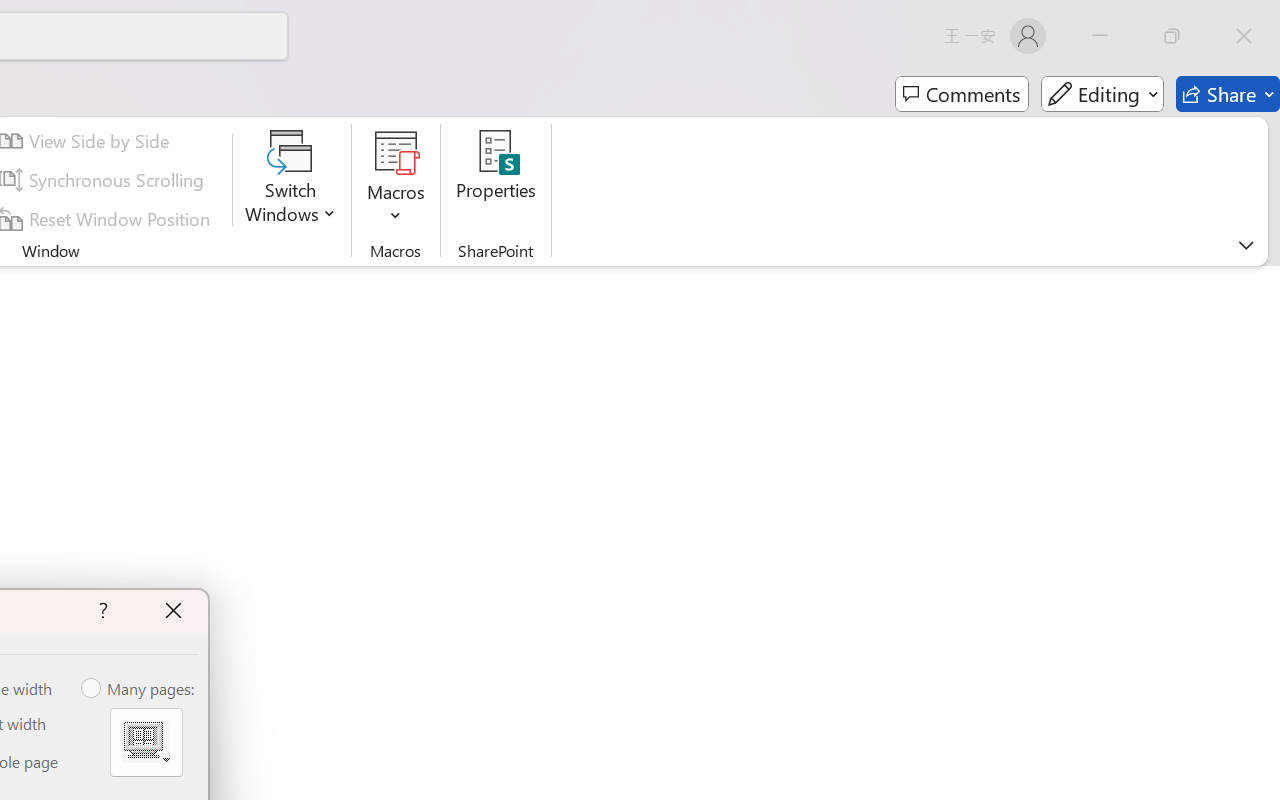 This screenshot has width=1280, height=800. What do you see at coordinates (1259, 201) in the screenshot?
I see `'Translator'` at bounding box center [1259, 201].